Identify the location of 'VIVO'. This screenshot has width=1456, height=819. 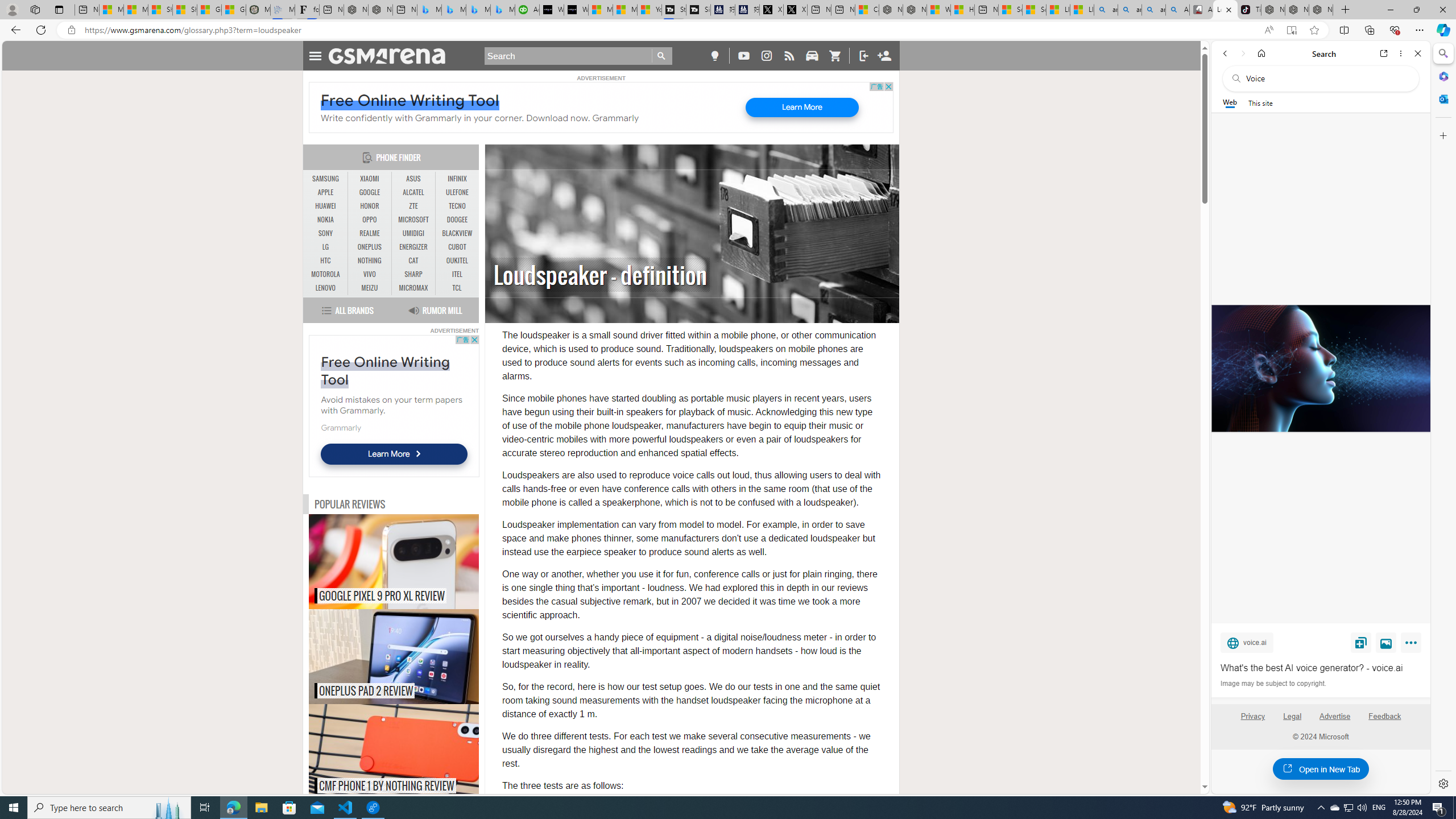
(369, 274).